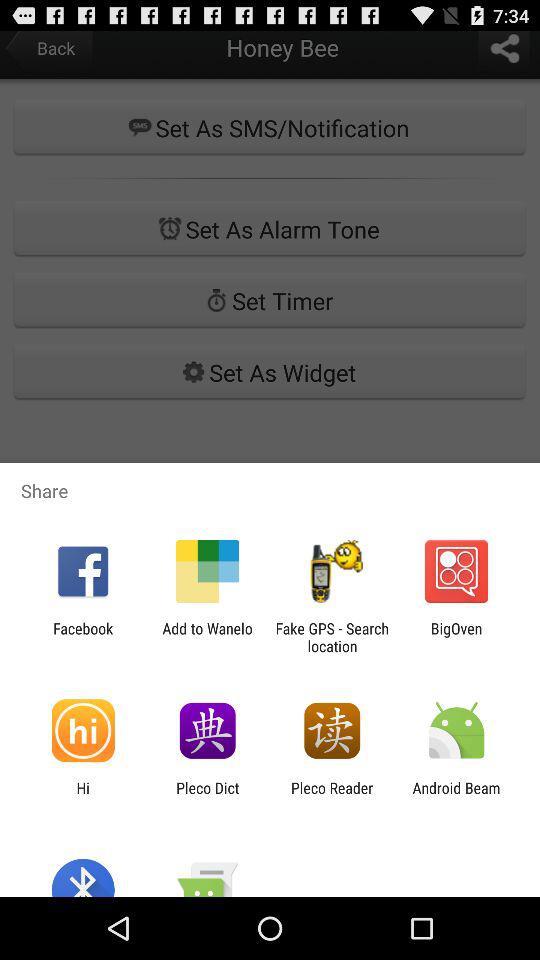  I want to click on the icon next to the pleco reader icon, so click(206, 796).